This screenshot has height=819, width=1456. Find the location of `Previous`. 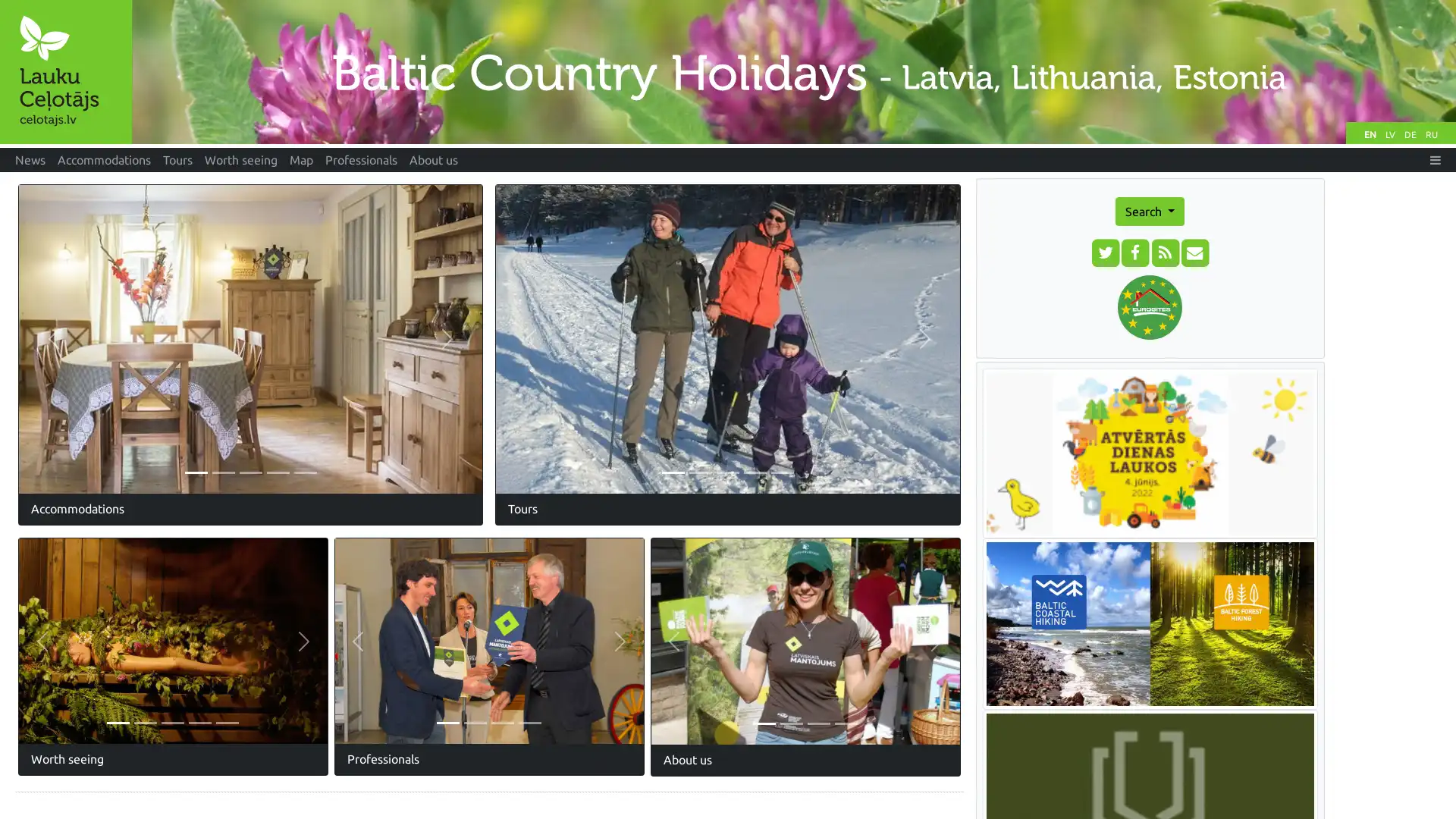

Previous is located at coordinates (673, 641).